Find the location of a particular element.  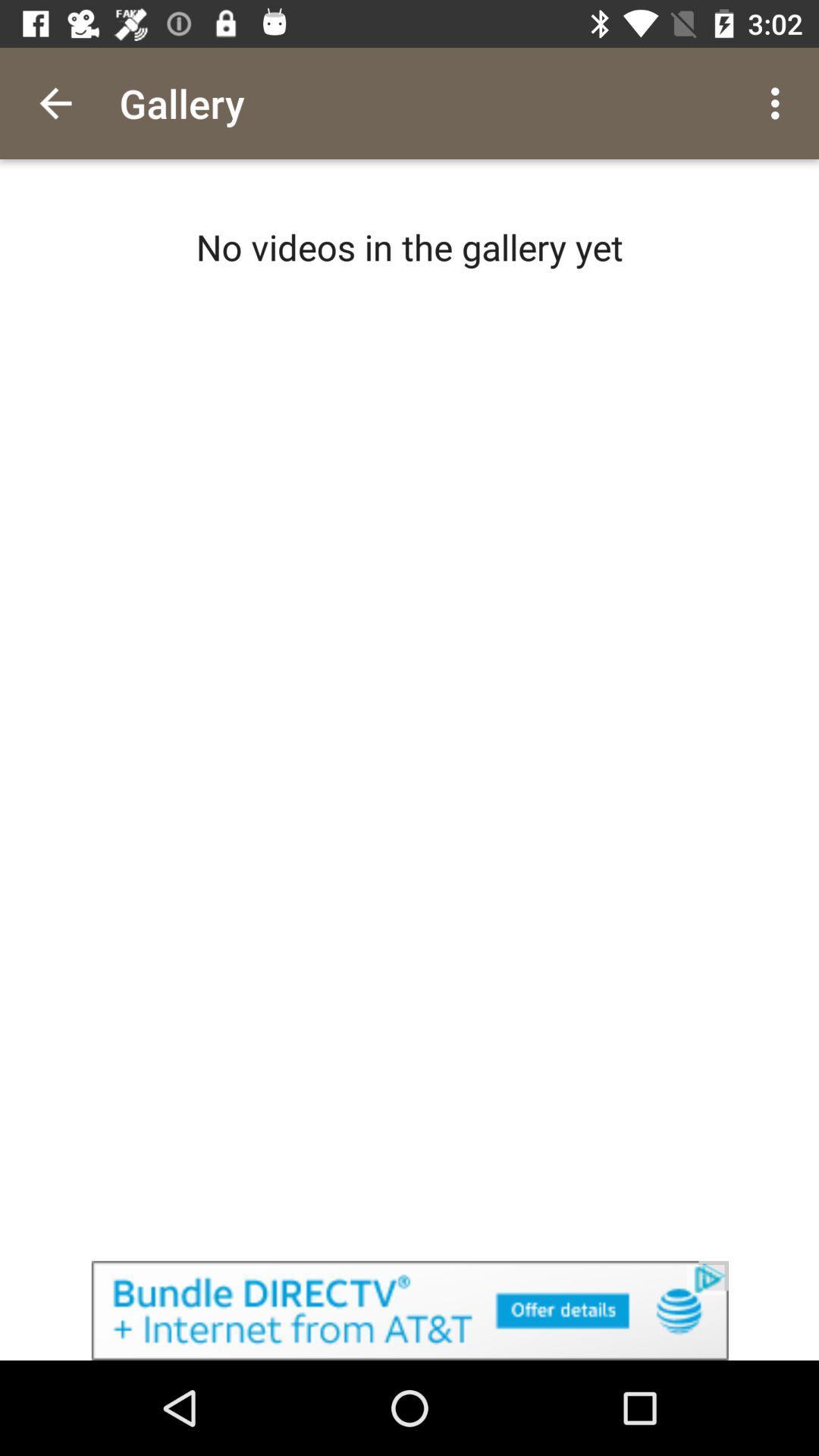

open advertisement is located at coordinates (409, 1310).